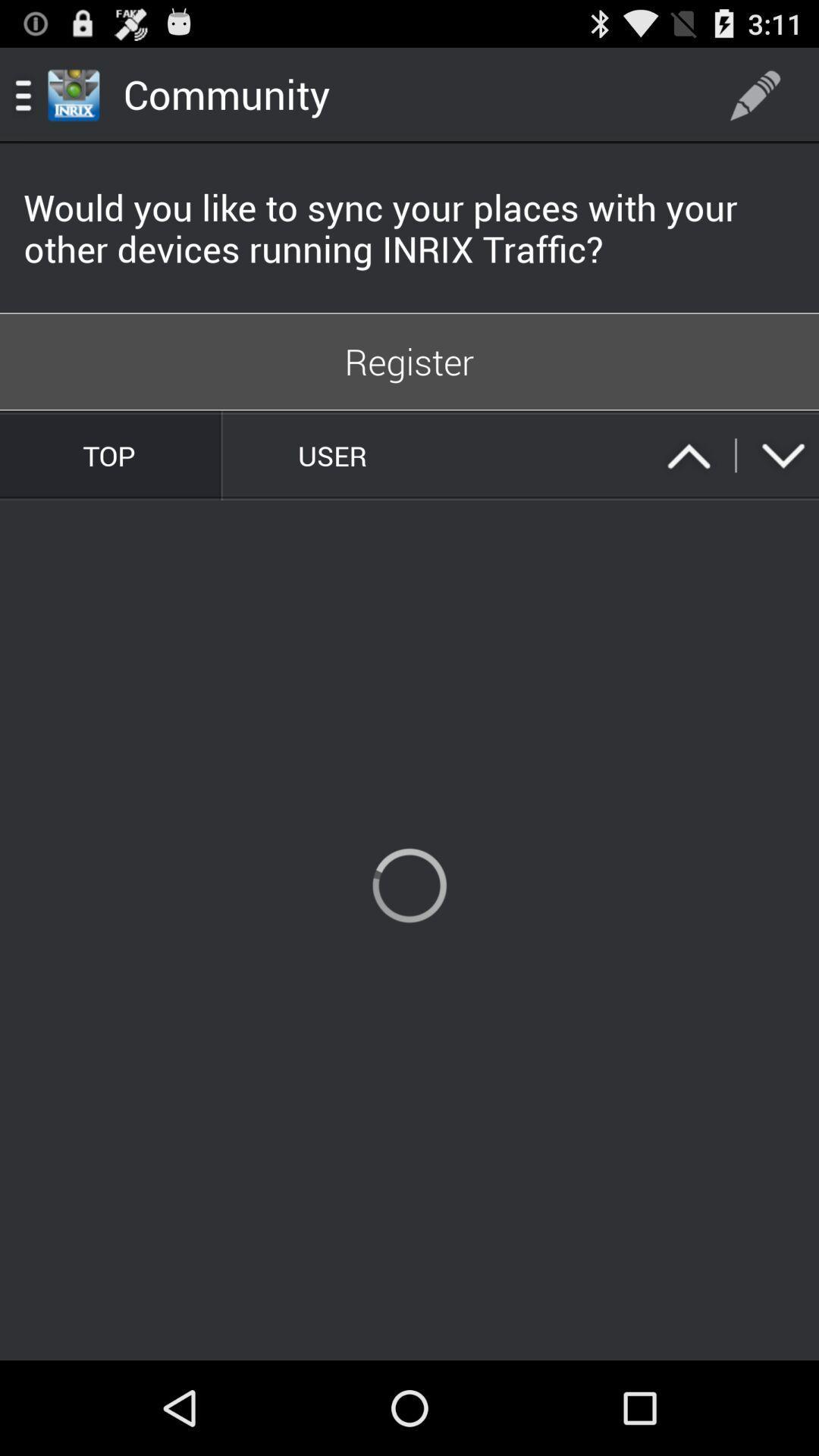 This screenshot has width=819, height=1456. I want to click on the expand_more icon, so click(783, 488).